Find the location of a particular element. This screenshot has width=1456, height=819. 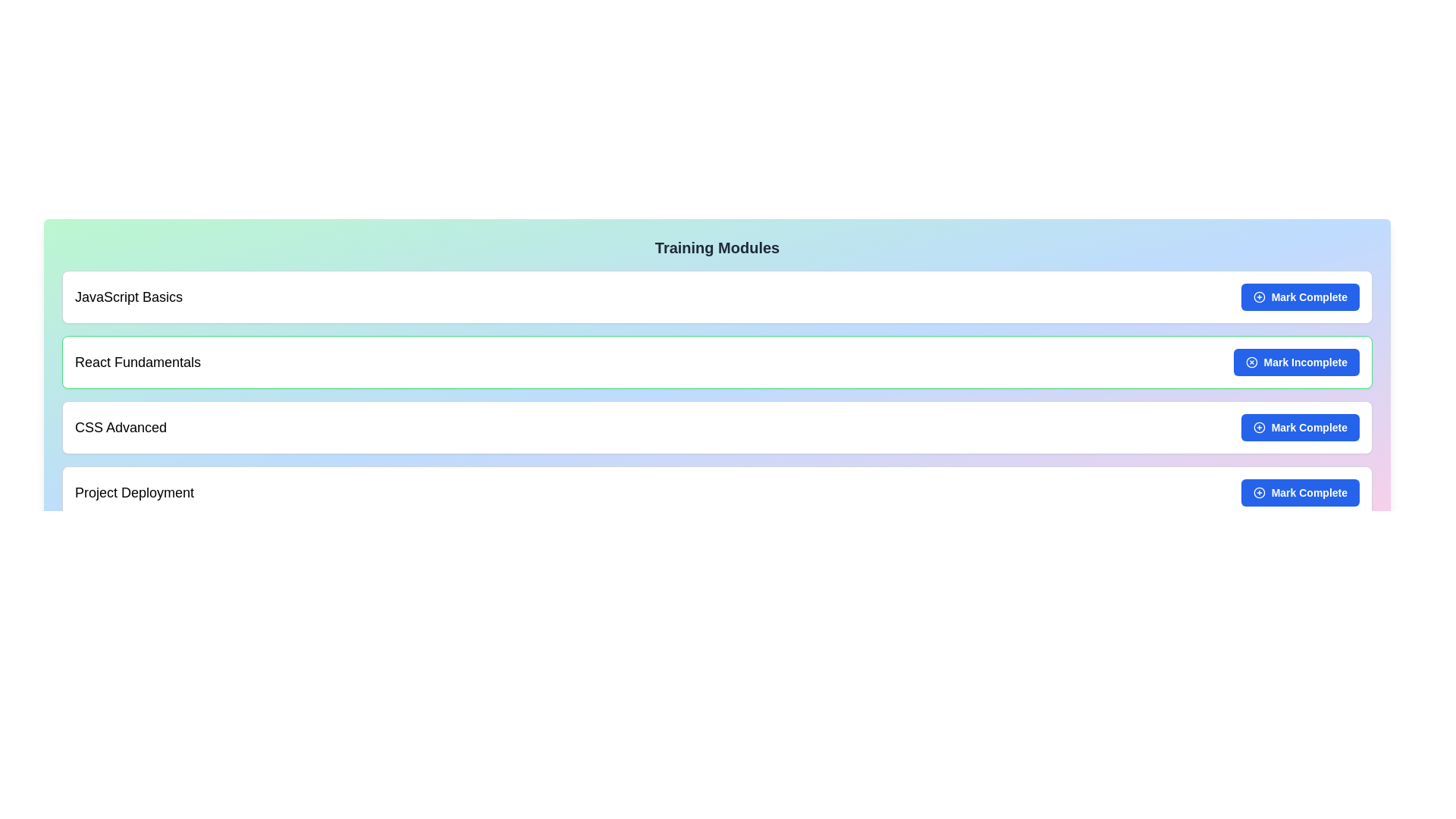

the circular button with a plus symbol inside, located to the left of the 'Mark Complete' label in the topmost row of the list is located at coordinates (1259, 297).